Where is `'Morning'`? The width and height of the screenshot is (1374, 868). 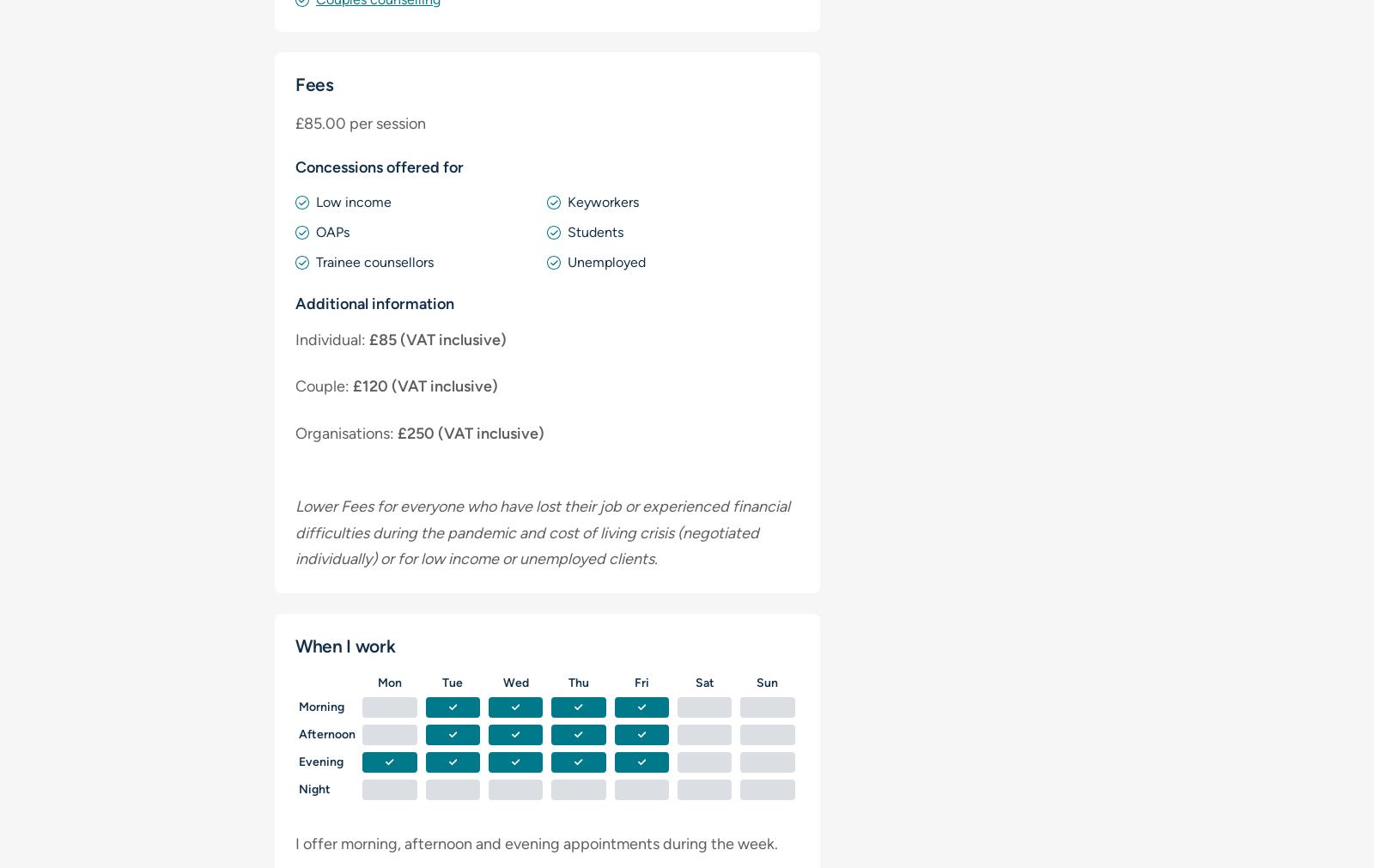
'Morning' is located at coordinates (321, 706).